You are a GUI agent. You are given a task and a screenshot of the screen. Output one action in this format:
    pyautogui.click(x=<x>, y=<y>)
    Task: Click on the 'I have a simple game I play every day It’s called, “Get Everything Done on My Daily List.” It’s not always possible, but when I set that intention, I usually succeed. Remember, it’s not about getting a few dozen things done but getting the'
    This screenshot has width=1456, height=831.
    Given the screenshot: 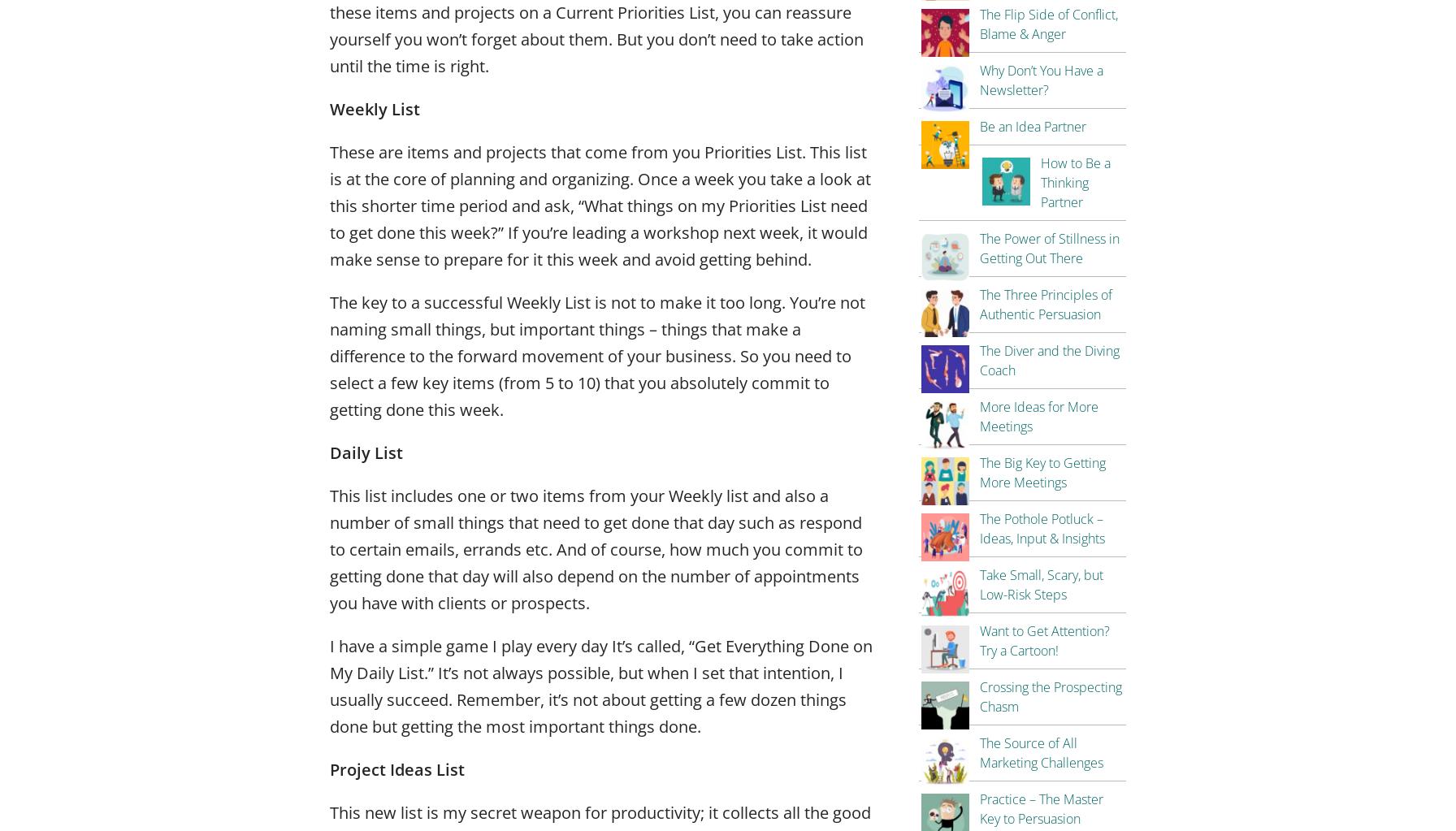 What is the action you would take?
    pyautogui.click(x=330, y=684)
    